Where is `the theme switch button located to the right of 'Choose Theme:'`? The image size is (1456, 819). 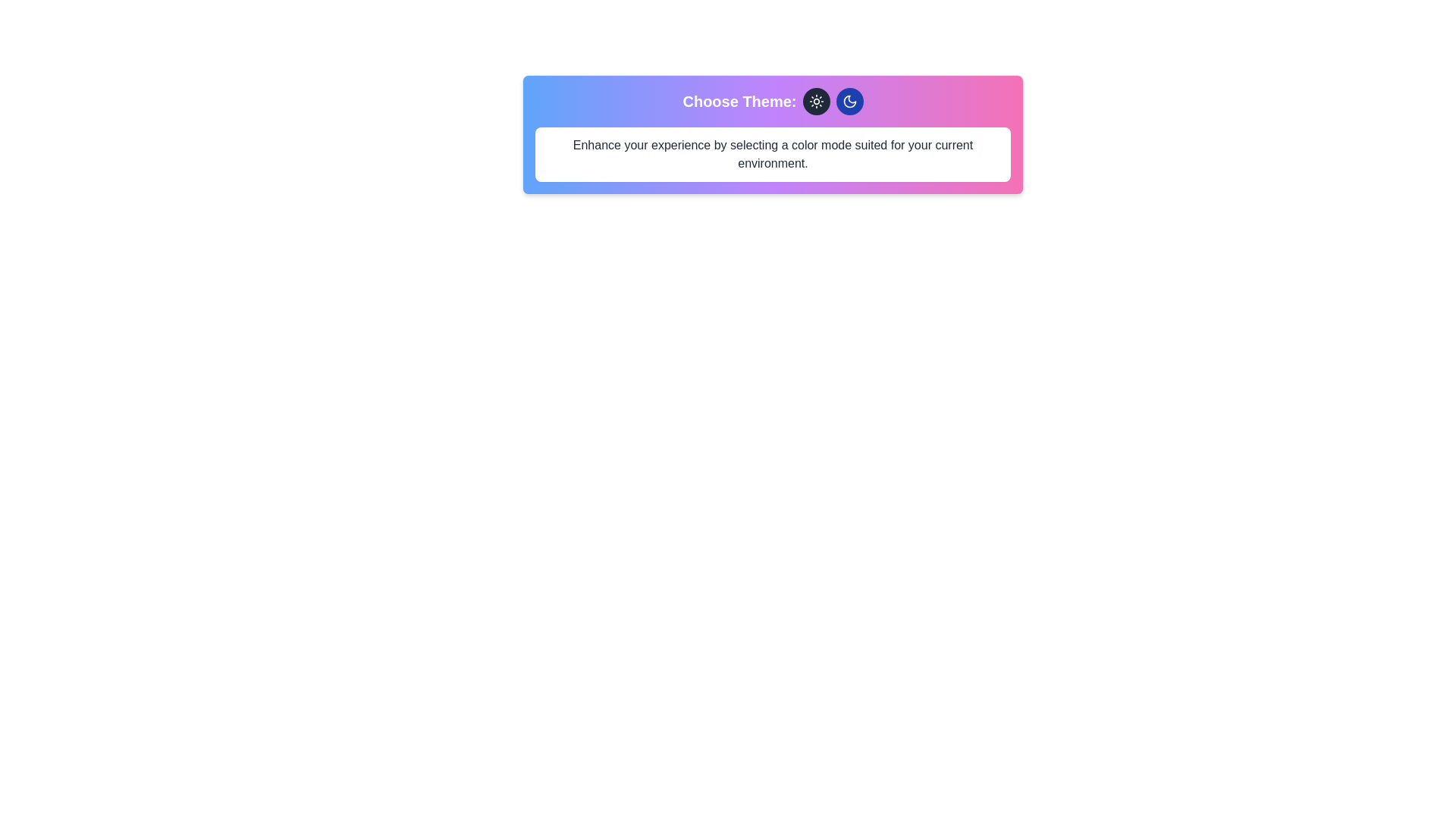 the theme switch button located to the right of 'Choose Theme:' is located at coordinates (815, 102).